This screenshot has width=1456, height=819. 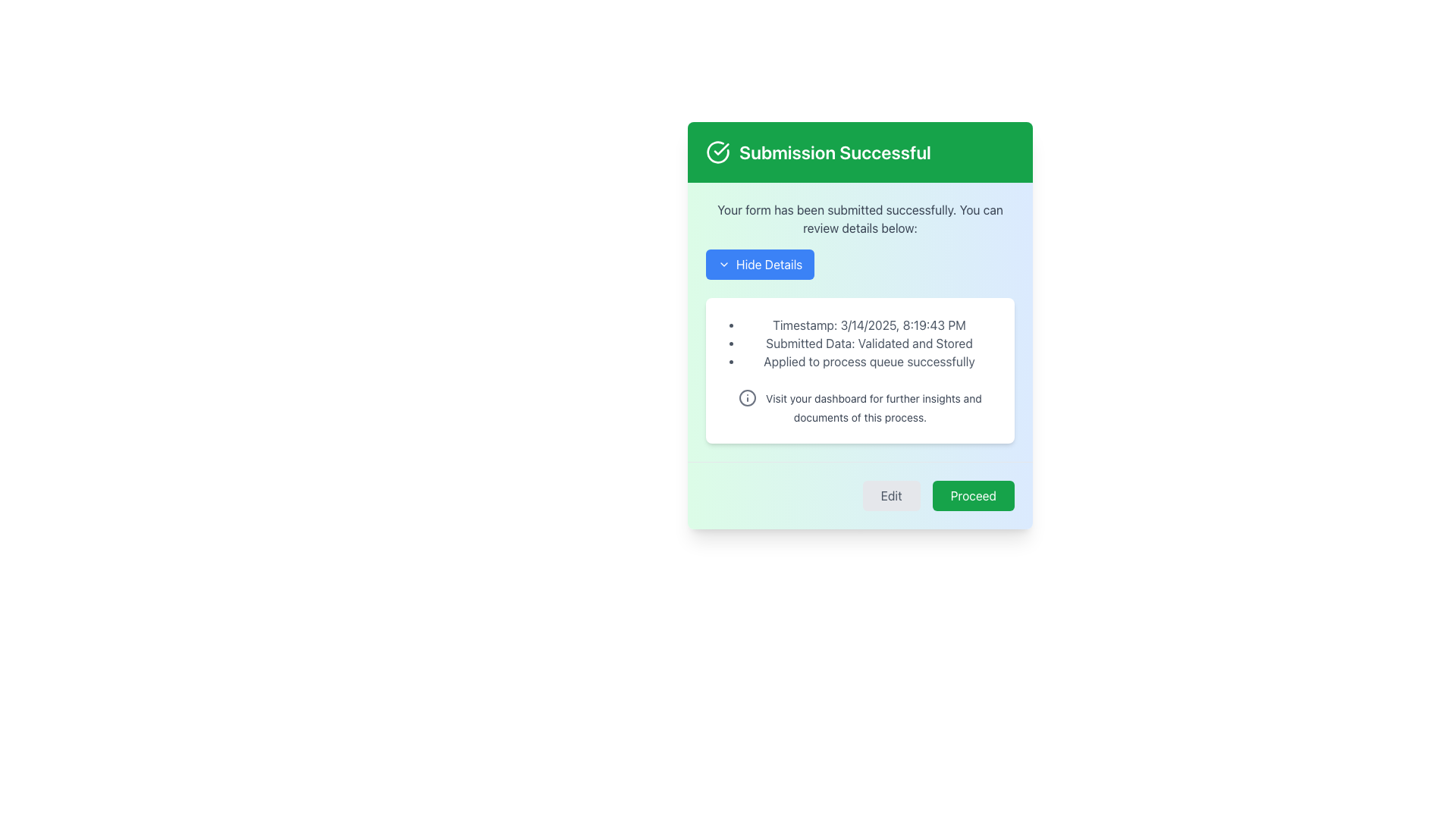 I want to click on static text that notifies the user about the successful form submission, which is located within a white card directly below the green header 'Submission Successful', so click(x=860, y=219).